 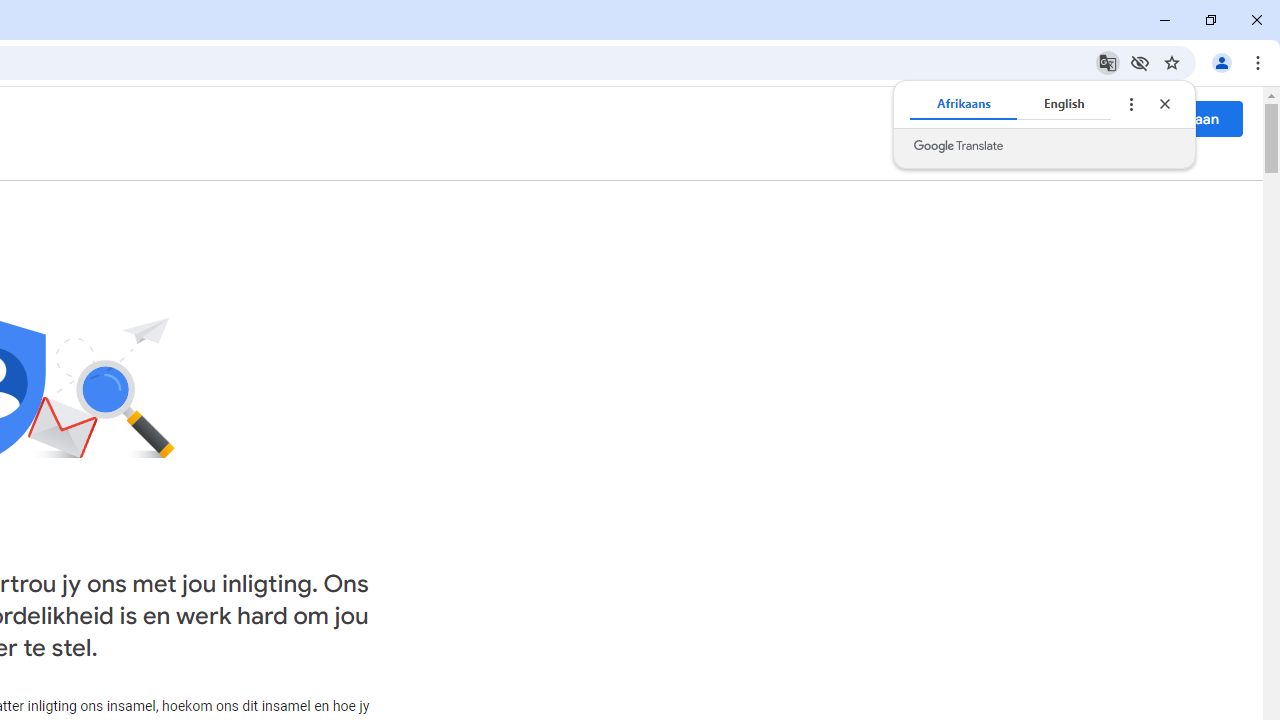 I want to click on 'Translate this page', so click(x=1106, y=61).